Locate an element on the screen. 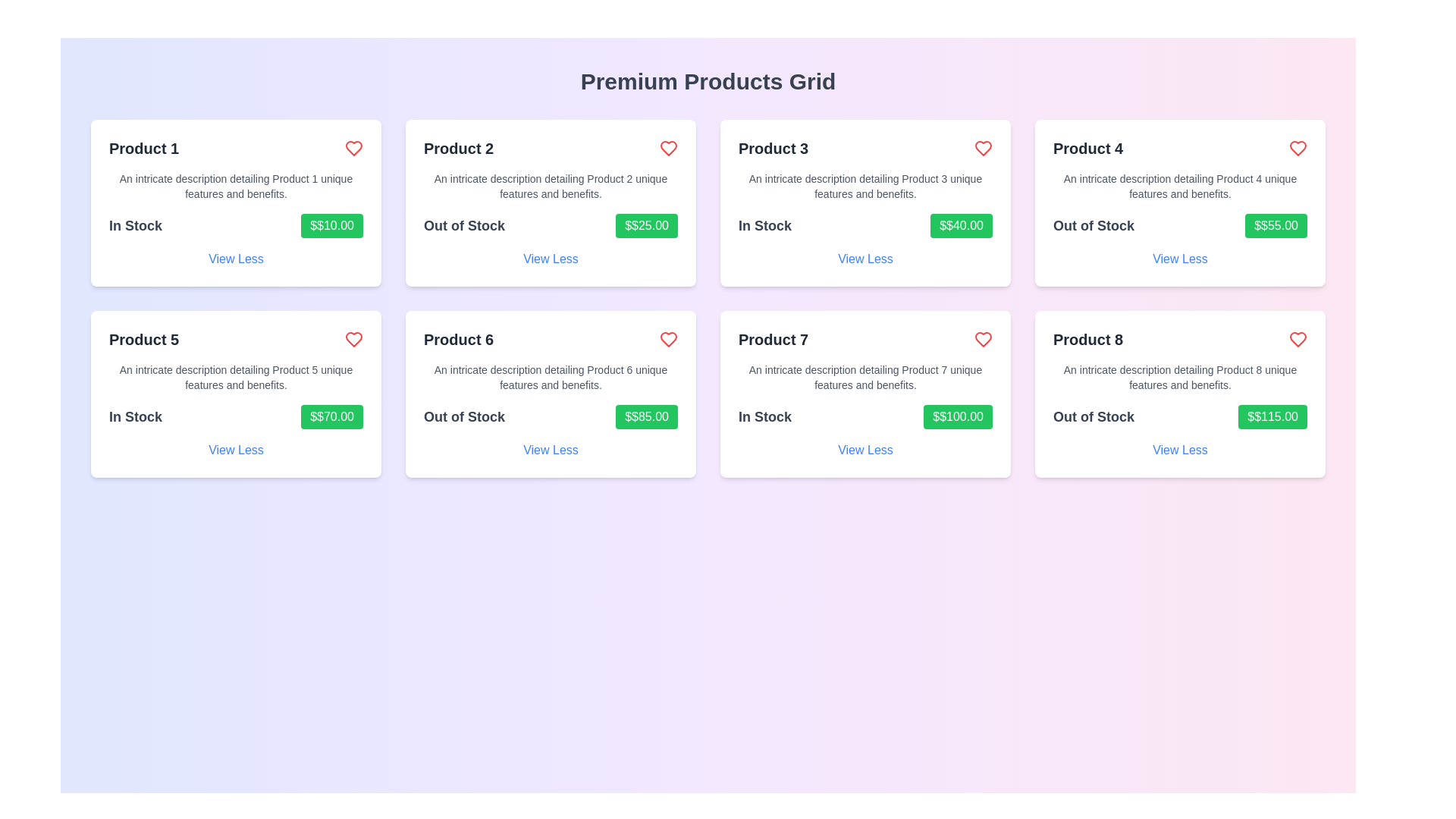 The image size is (1456, 819). the static text label indicating the availability status of 'Product 8', which shows that the item is currently unavailable for purchase is located at coordinates (1094, 417).